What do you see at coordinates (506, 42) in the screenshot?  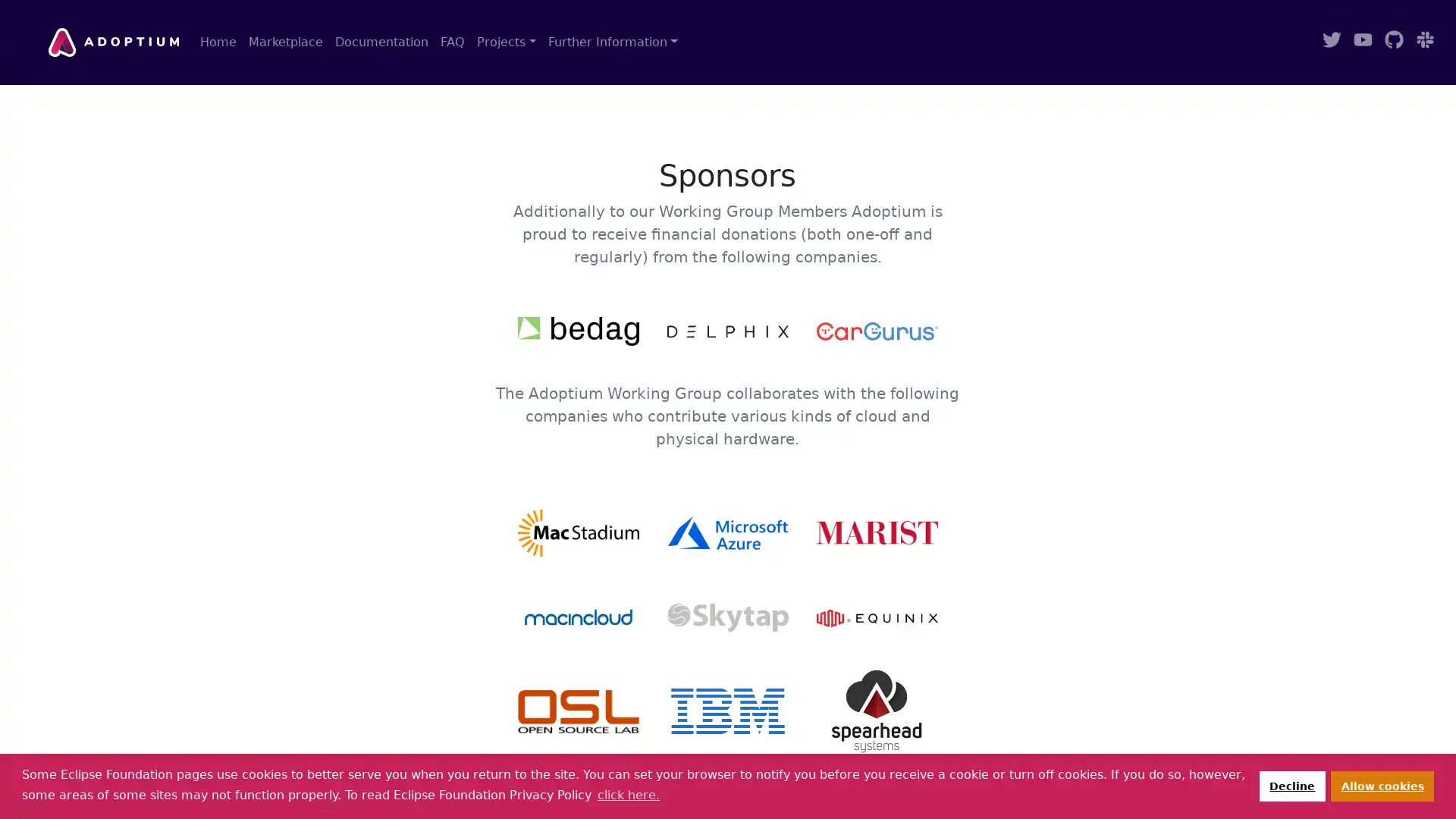 I see `Projects` at bounding box center [506, 42].